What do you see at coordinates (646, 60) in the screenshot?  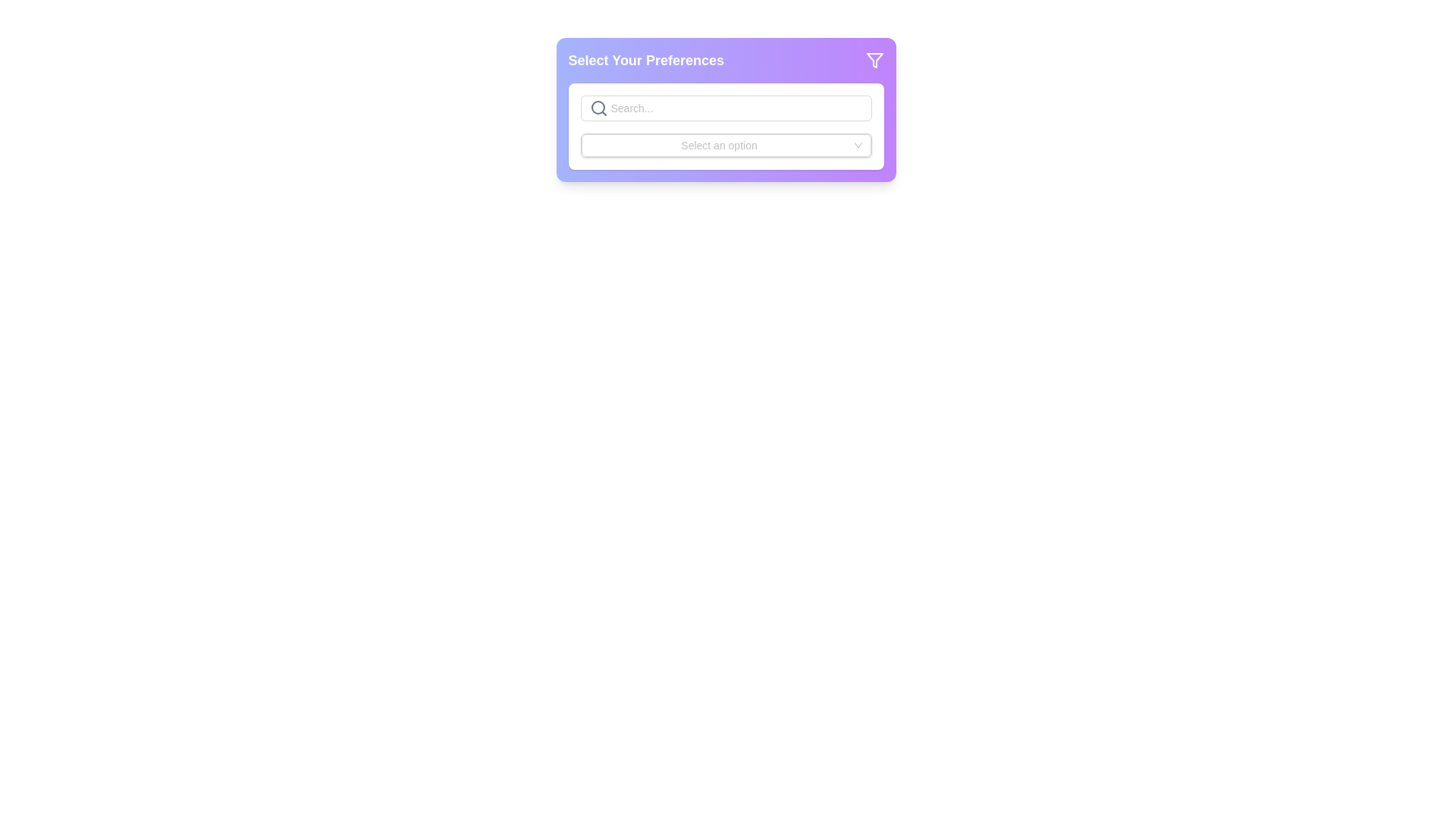 I see `the static text label that provides context for selecting preferences, located in the upper-left corner of its card-like section` at bounding box center [646, 60].